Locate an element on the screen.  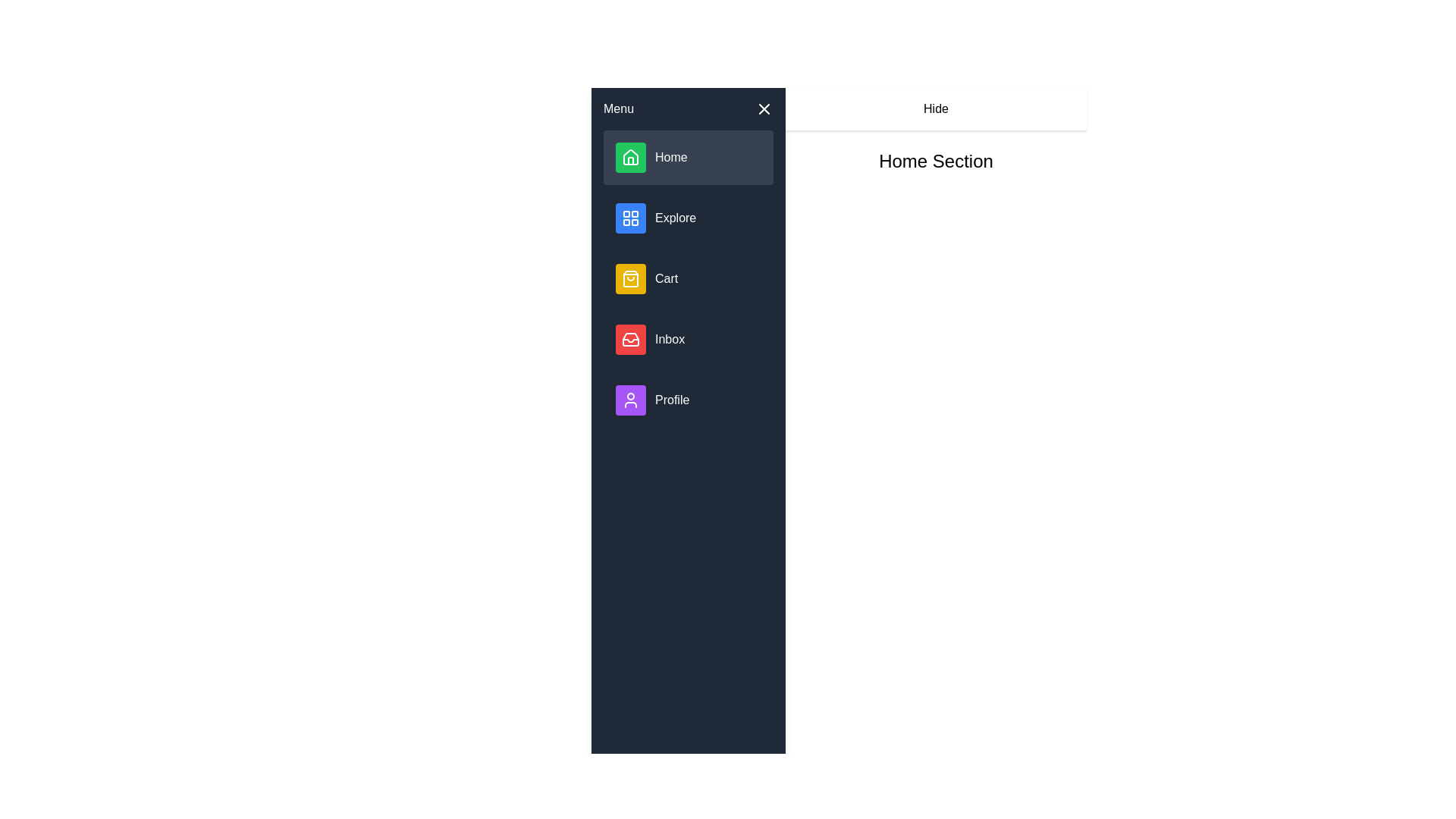
the second grid-style icon is located at coordinates (630, 218).